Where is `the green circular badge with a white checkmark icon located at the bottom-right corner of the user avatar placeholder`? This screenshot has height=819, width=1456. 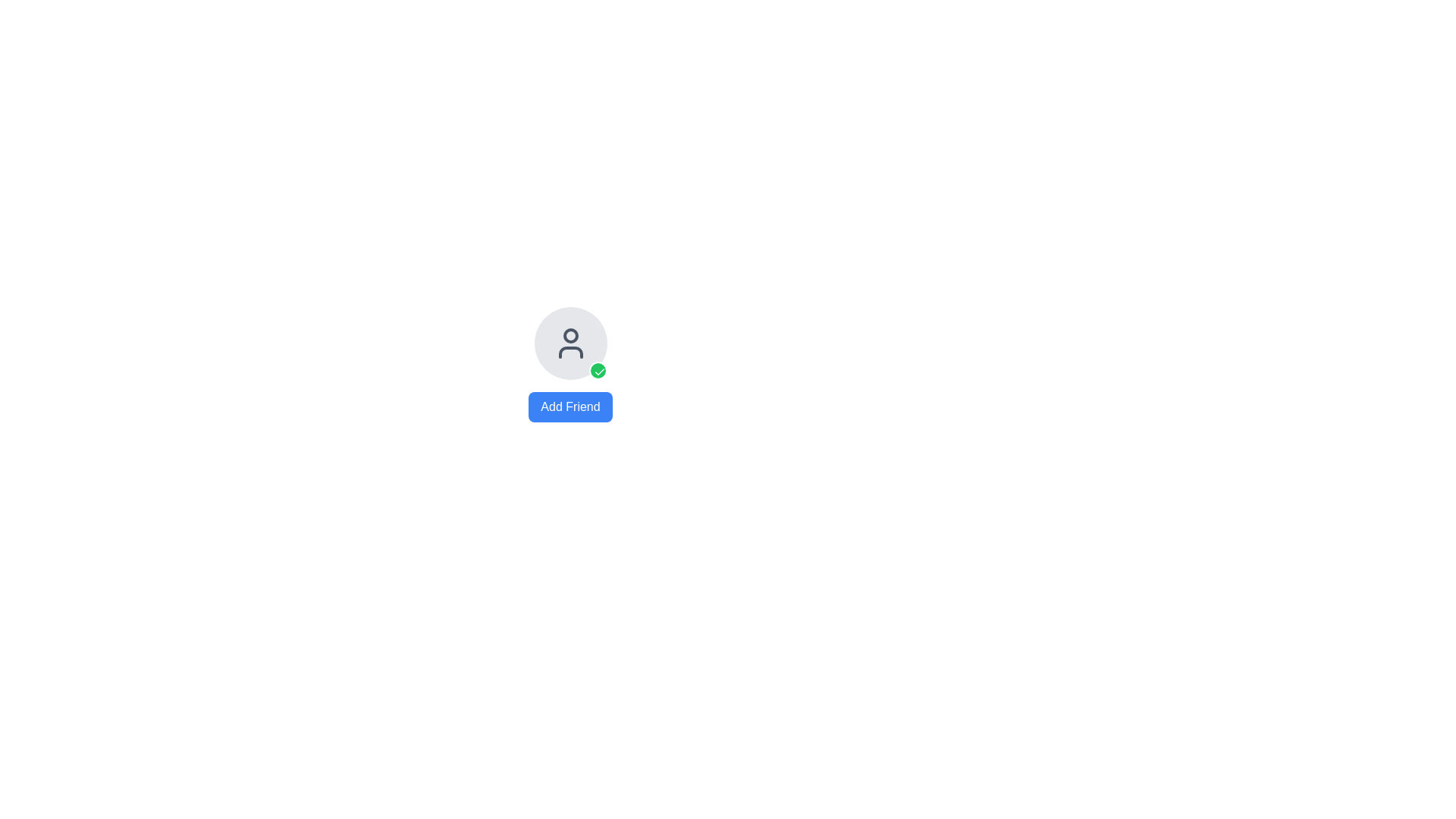 the green circular badge with a white checkmark icon located at the bottom-right corner of the user avatar placeholder is located at coordinates (598, 372).